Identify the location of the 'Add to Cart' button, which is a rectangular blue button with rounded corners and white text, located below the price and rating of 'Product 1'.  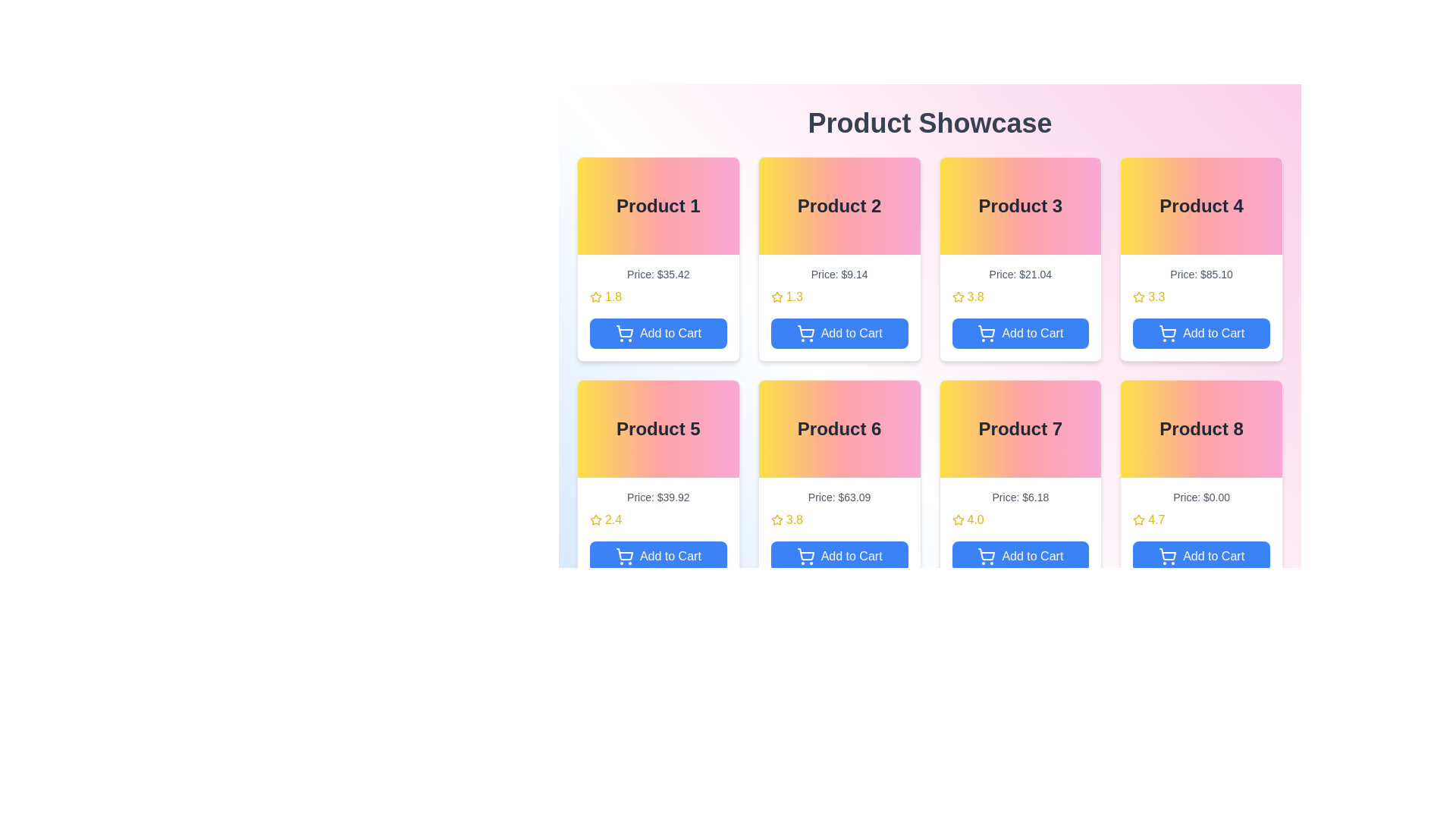
(658, 332).